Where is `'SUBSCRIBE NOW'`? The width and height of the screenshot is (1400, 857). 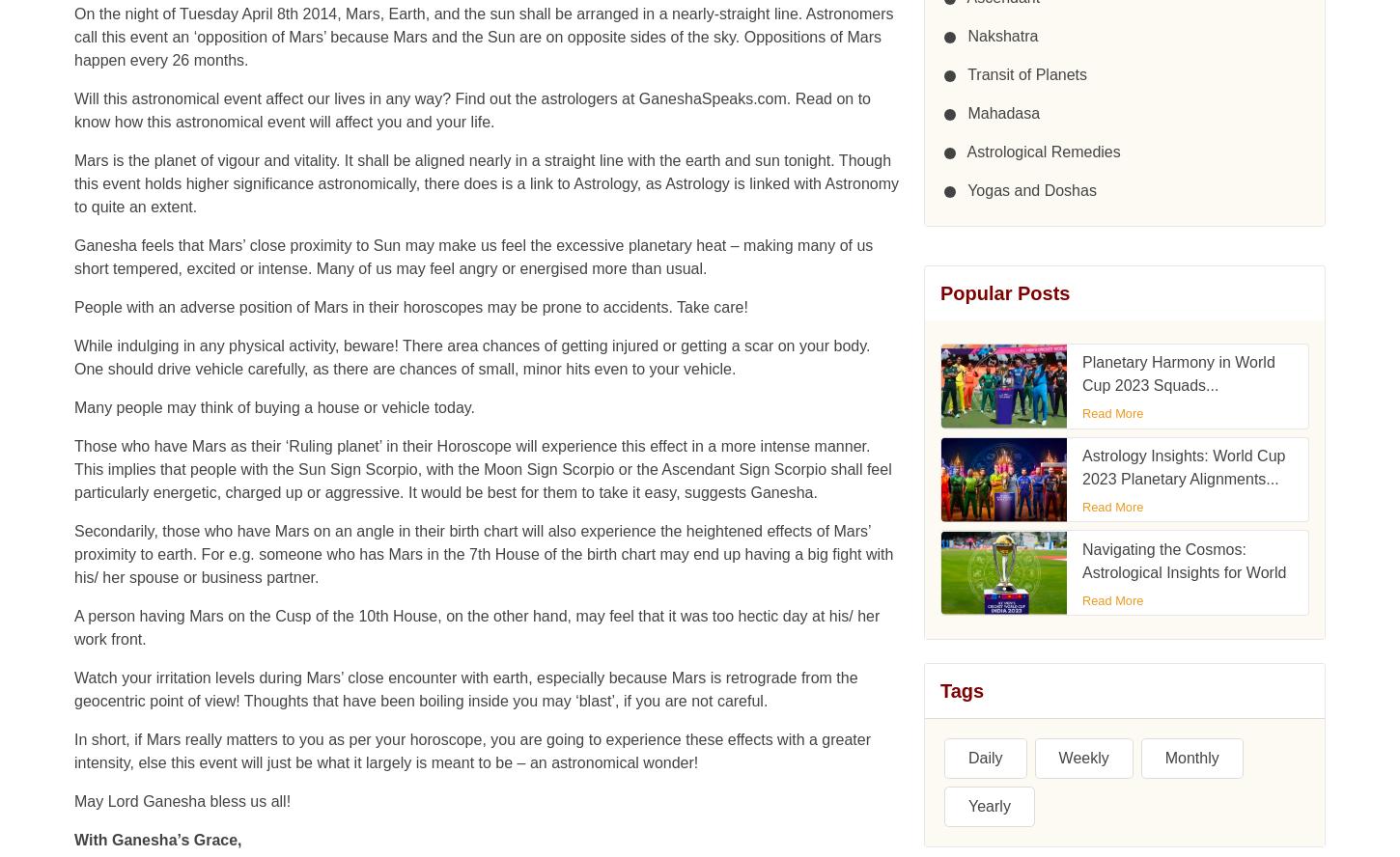
'SUBSCRIBE NOW' is located at coordinates (1006, 490).